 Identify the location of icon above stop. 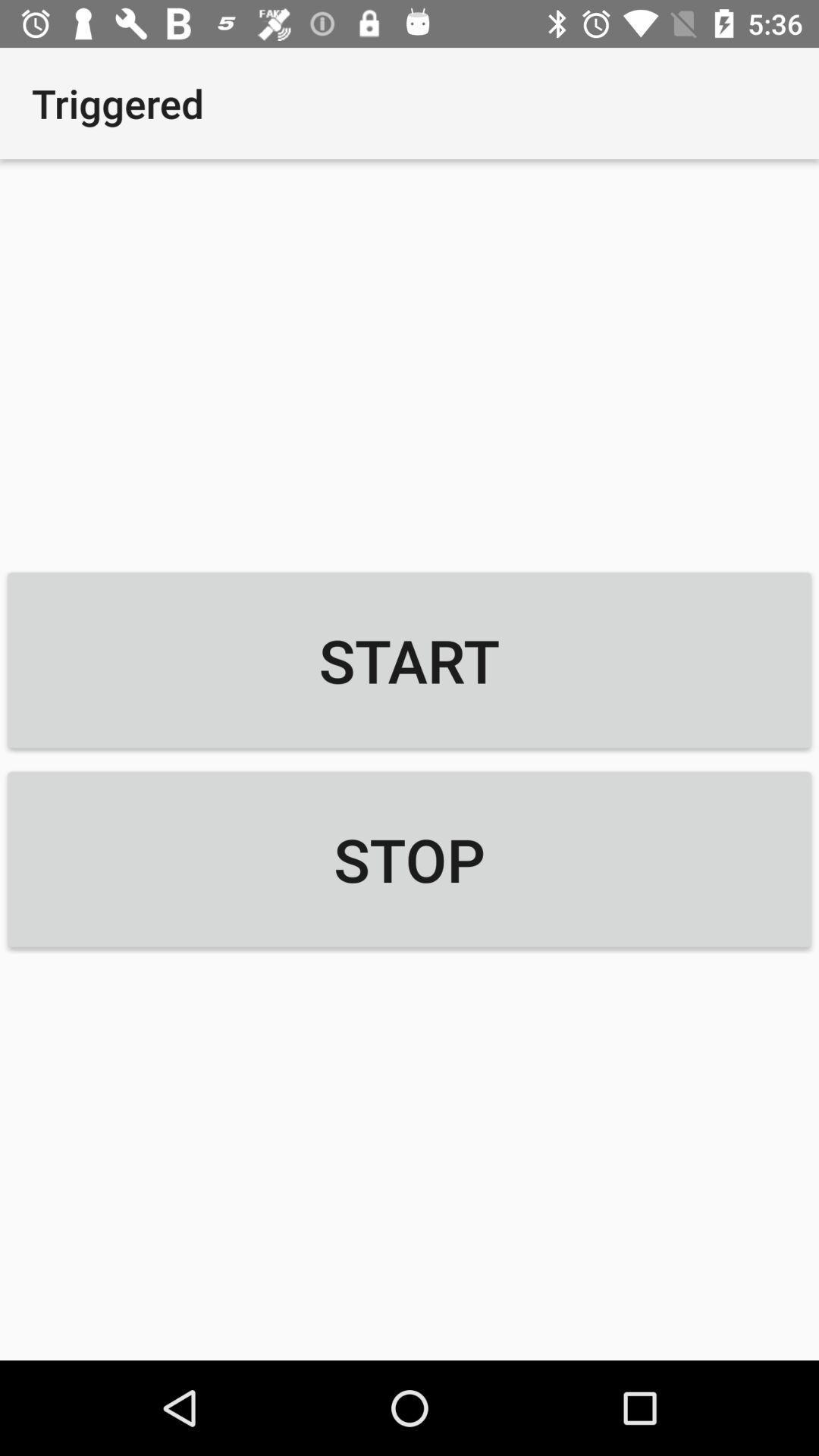
(409, 660).